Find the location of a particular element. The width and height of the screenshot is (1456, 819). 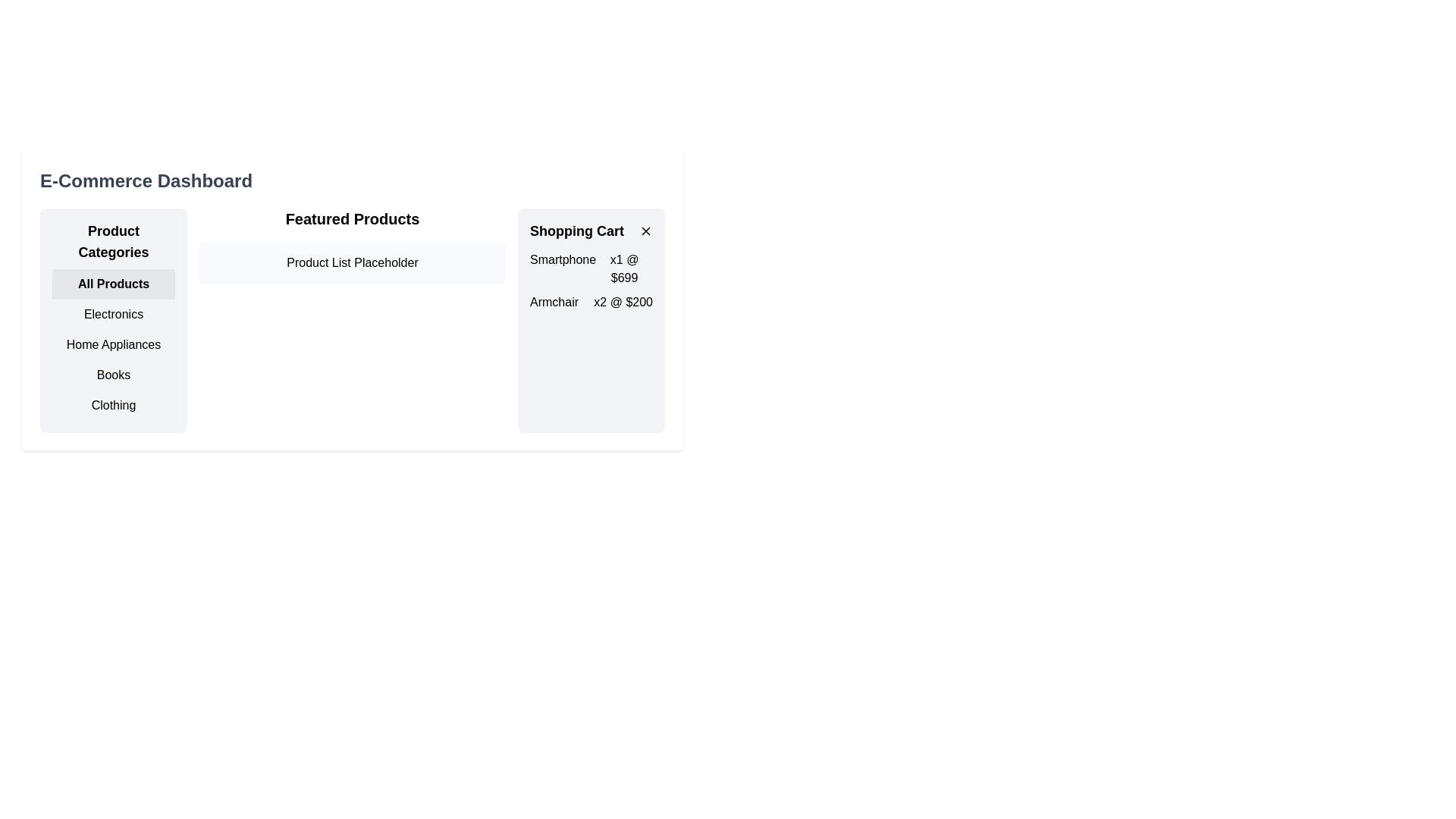

the small 'X' icon button located in the top right corner of the 'Shopping Cart' is located at coordinates (645, 231).